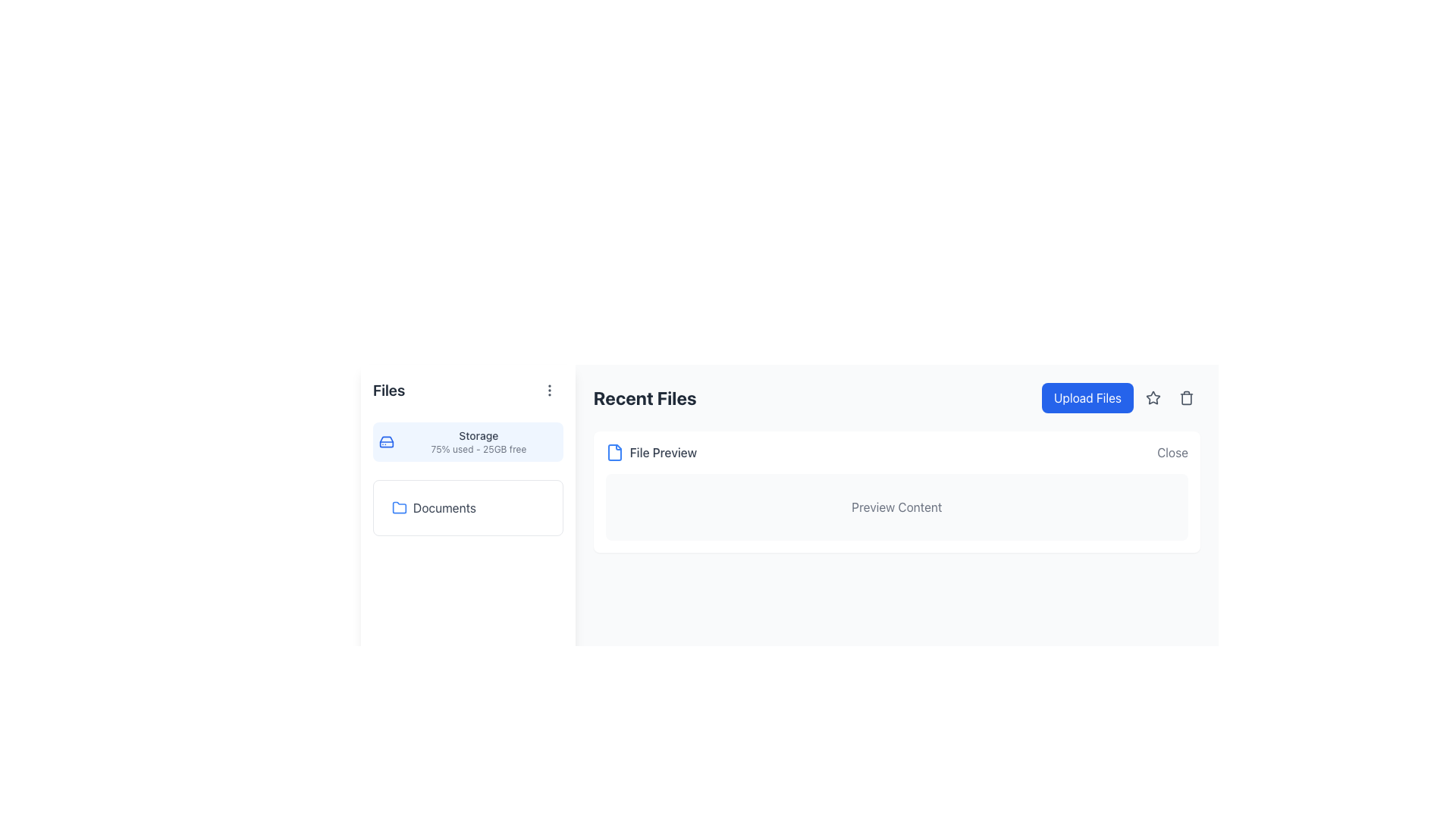 Image resolution: width=1456 pixels, height=819 pixels. What do you see at coordinates (1121, 397) in the screenshot?
I see `the file upload button located in the top-right section of the 'Recent Files' header area` at bounding box center [1121, 397].